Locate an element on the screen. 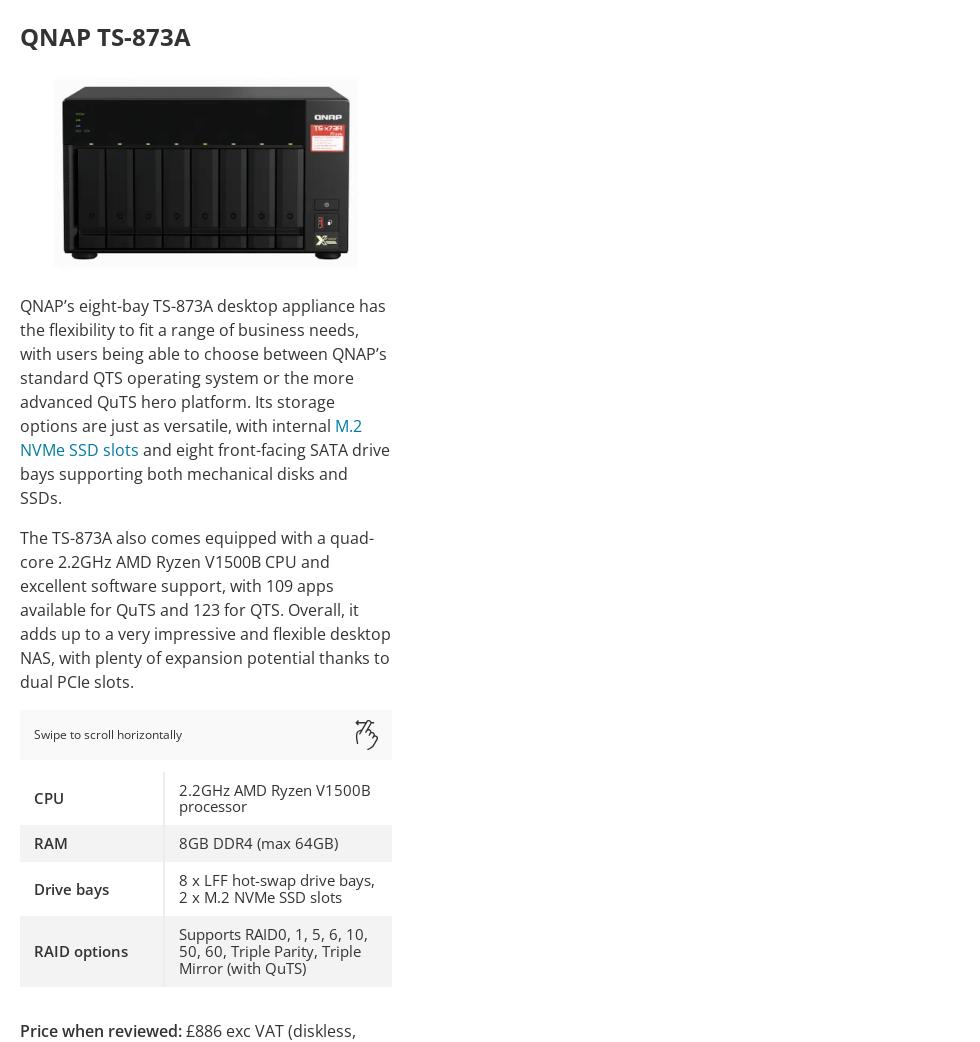 This screenshot has height=1042, width=980. '2.2GHz AMD Ryzen V1500B processor' is located at coordinates (274, 797).